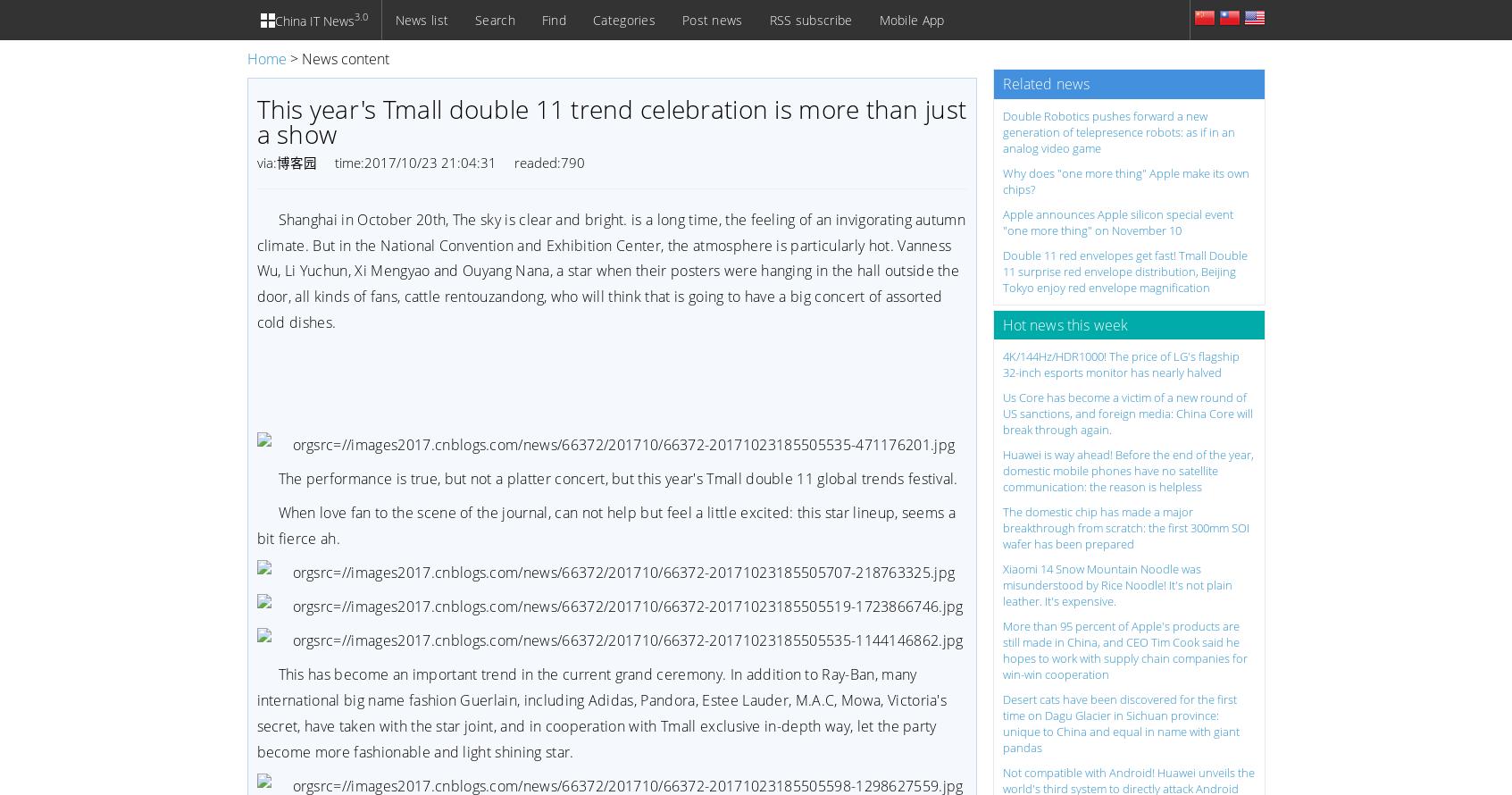 This screenshot has width=1512, height=795. What do you see at coordinates (255, 712) in the screenshot?
I see `'This has become an important trend in the current grand ceremony. In addition to Ray-Ban, many international big name fashion Guerlain, including Adidas, Pandora, Estee Lauder, M.A.C, Mowa, Victoria's secret, have taken with the star joint, and in cooperation with Tmall exclusive in-depth way, let the party become more fashionable and light shining star.'` at bounding box center [255, 712].